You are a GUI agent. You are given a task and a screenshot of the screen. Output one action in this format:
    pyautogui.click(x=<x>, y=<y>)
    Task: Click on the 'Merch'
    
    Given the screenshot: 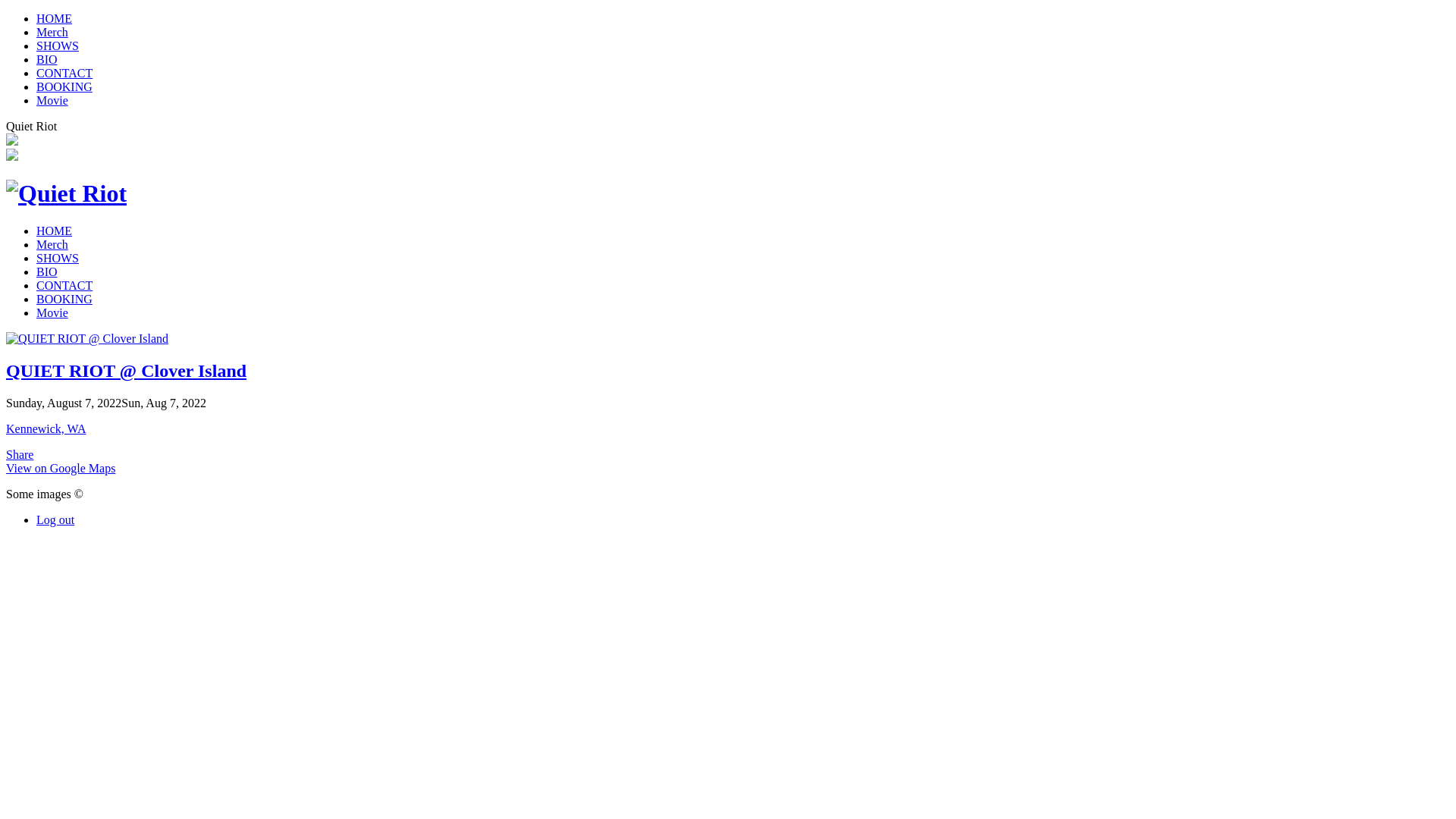 What is the action you would take?
    pyautogui.click(x=36, y=32)
    